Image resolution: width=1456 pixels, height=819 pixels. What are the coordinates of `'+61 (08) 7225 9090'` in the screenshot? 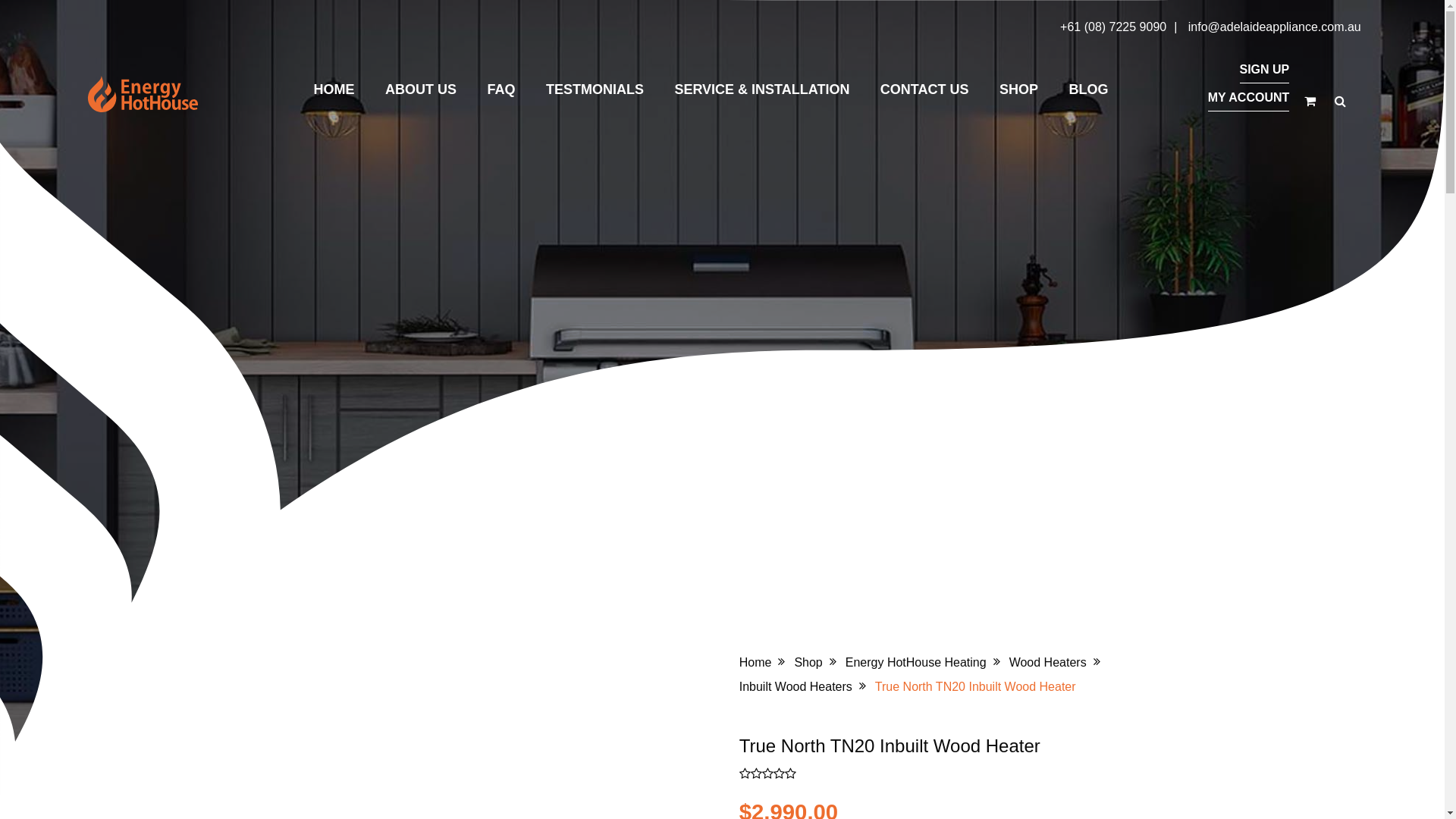 It's located at (1113, 27).